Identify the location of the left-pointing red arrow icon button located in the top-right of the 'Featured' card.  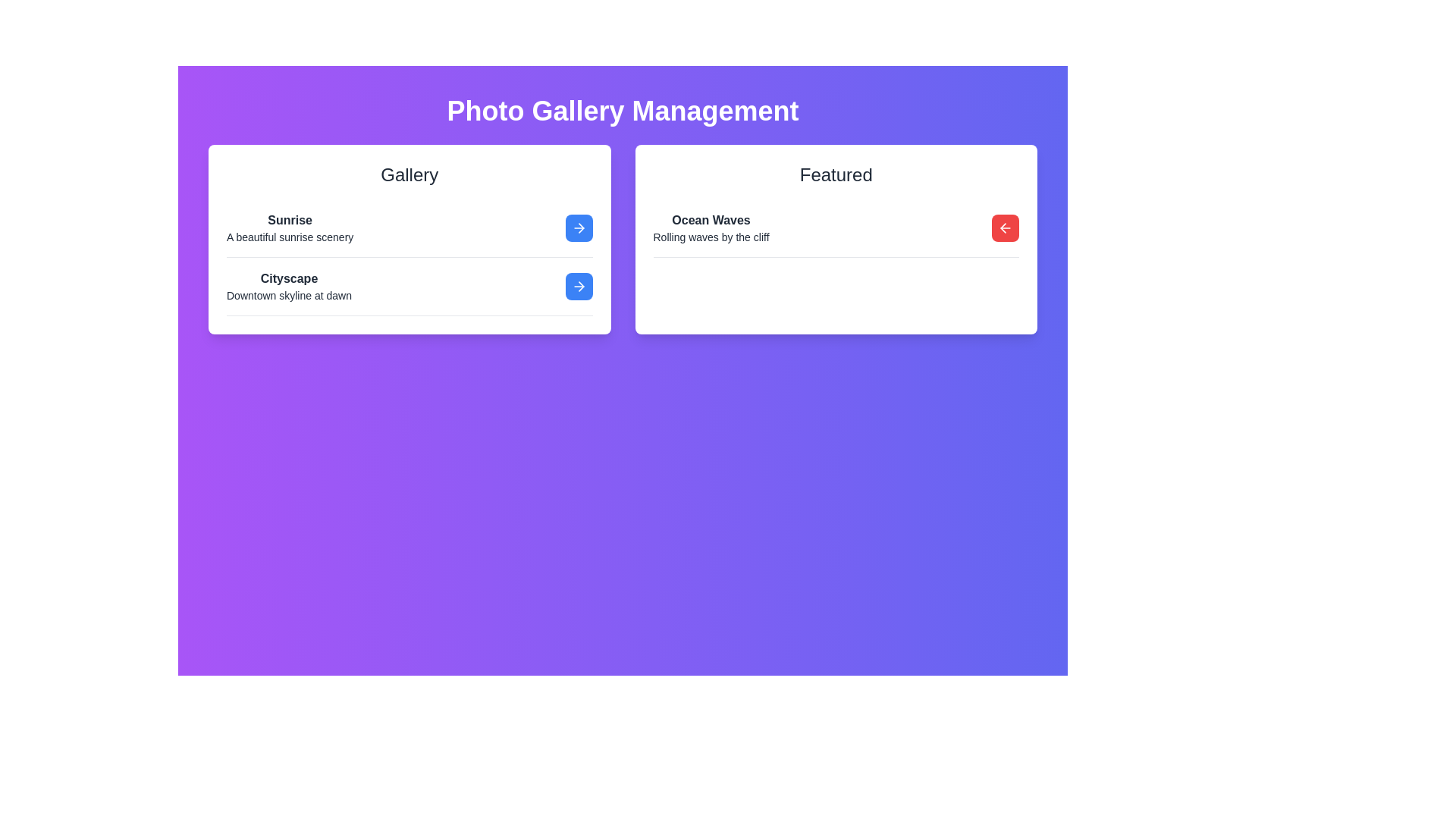
(1005, 227).